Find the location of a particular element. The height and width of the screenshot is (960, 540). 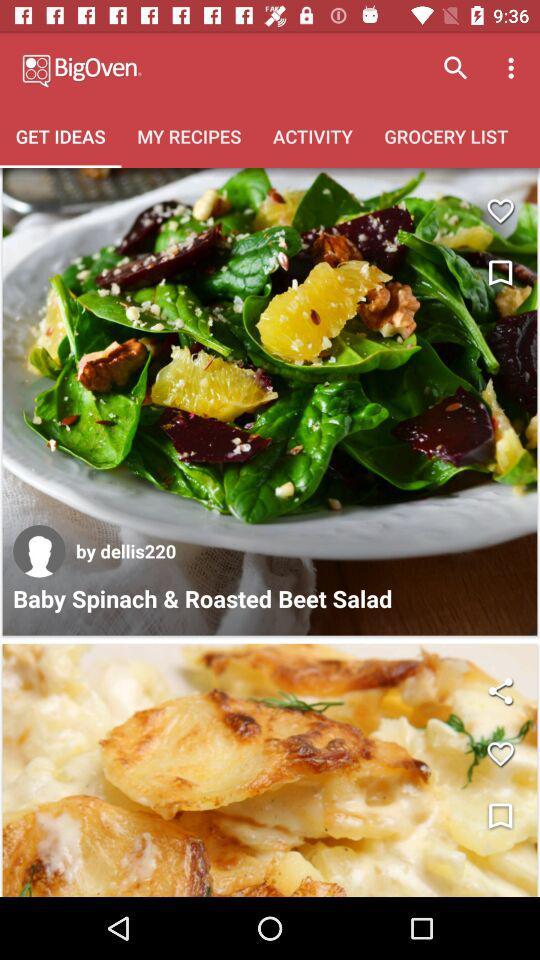

the by dellis220 item is located at coordinates (126, 551).